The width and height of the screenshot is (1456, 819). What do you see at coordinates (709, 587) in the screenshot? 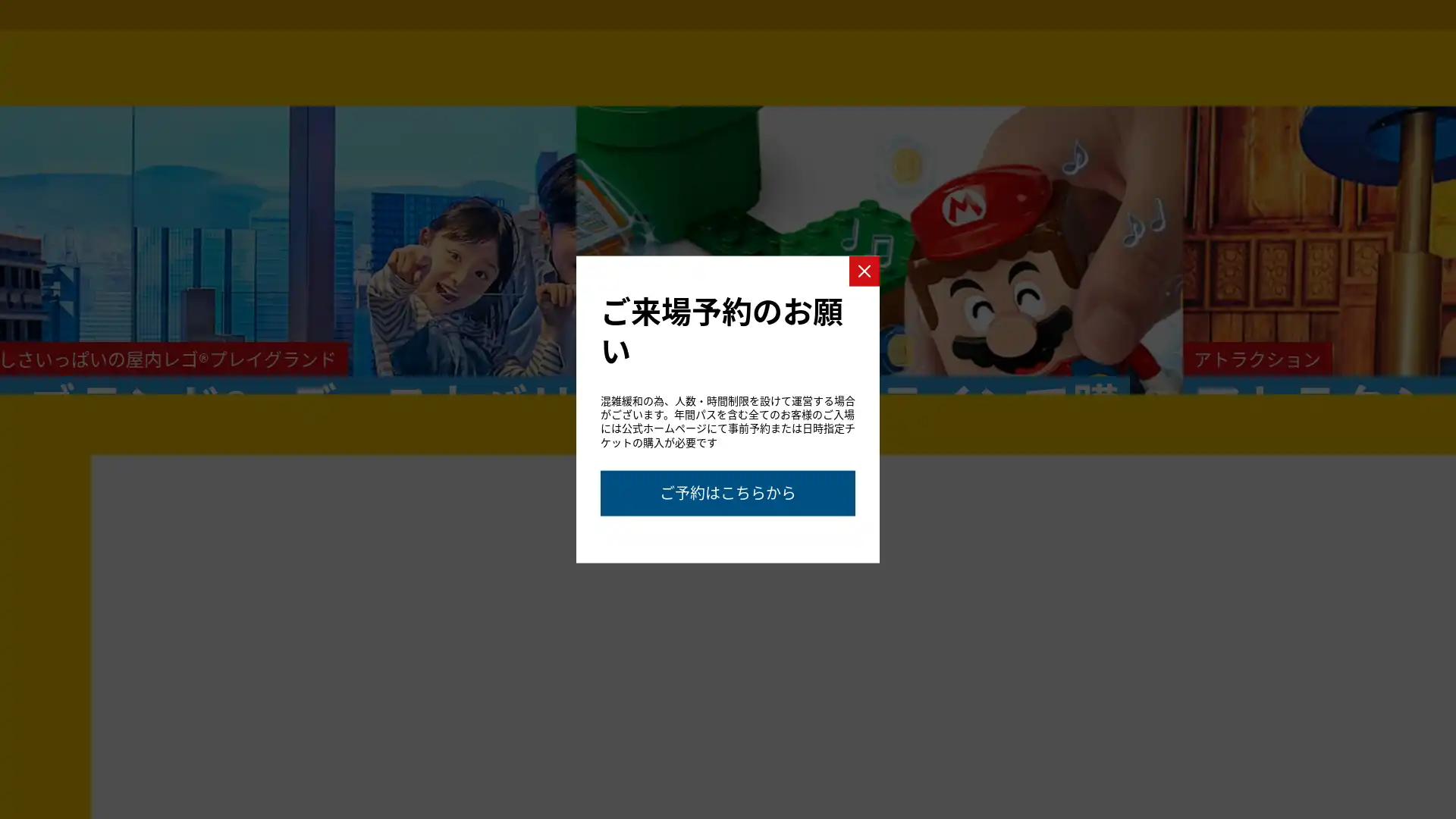
I see `Go to slide 1` at bounding box center [709, 587].